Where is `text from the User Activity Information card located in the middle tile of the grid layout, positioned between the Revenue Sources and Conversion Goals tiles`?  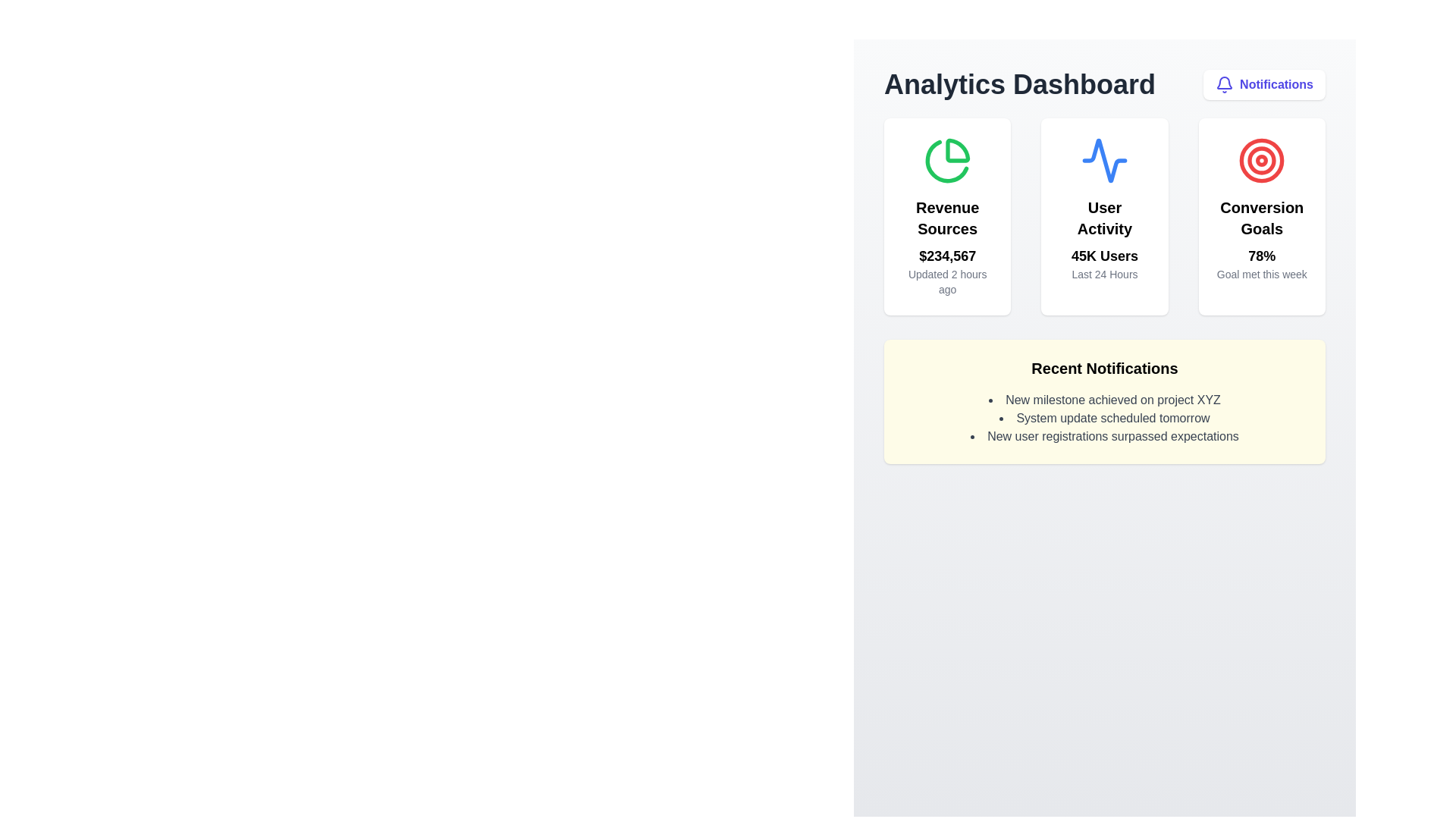 text from the User Activity Information card located in the middle tile of the grid layout, positioned between the Revenue Sources and Conversion Goals tiles is located at coordinates (1105, 216).